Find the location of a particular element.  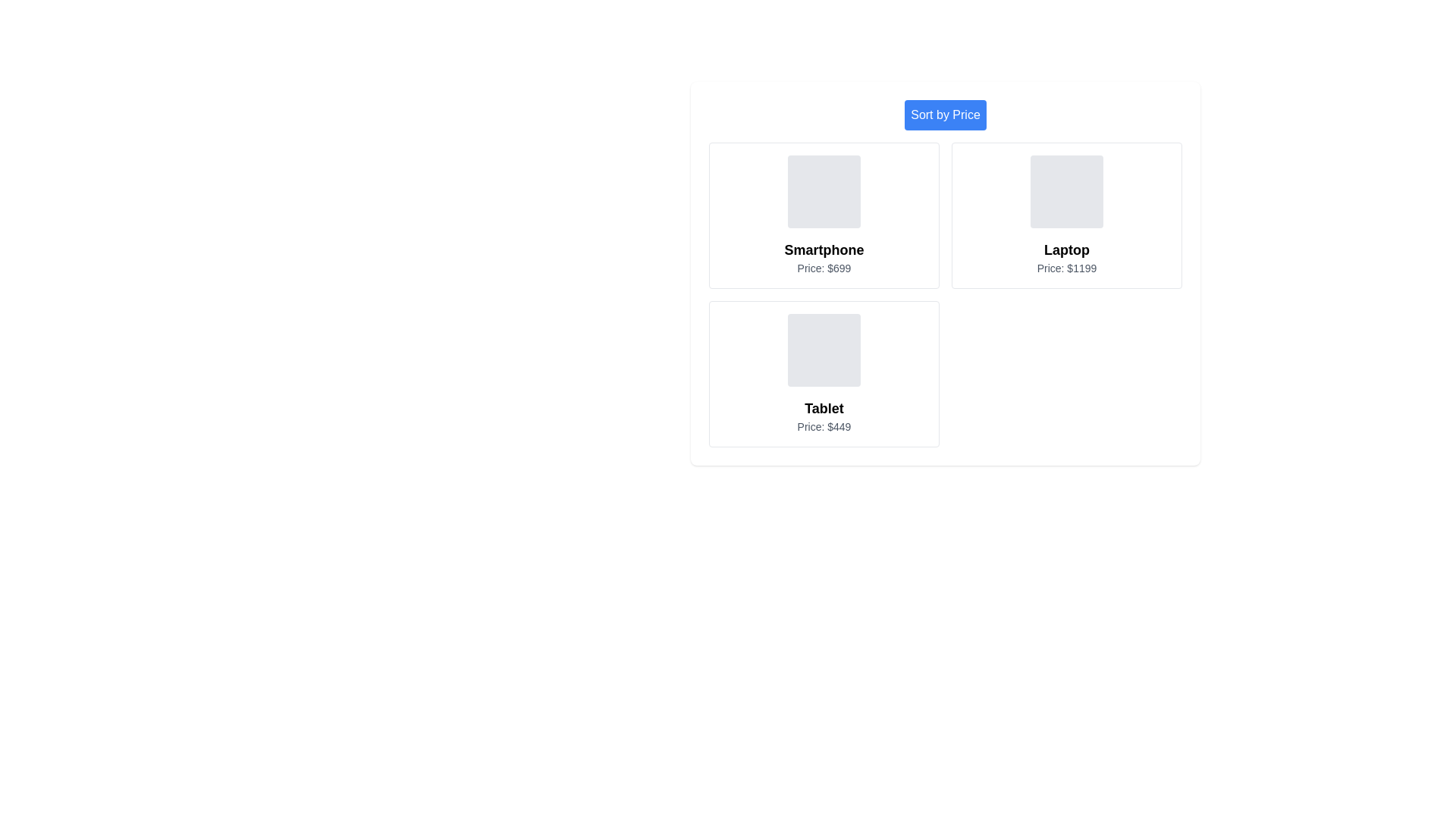

the product card for Laptop is located at coordinates (1065, 215).